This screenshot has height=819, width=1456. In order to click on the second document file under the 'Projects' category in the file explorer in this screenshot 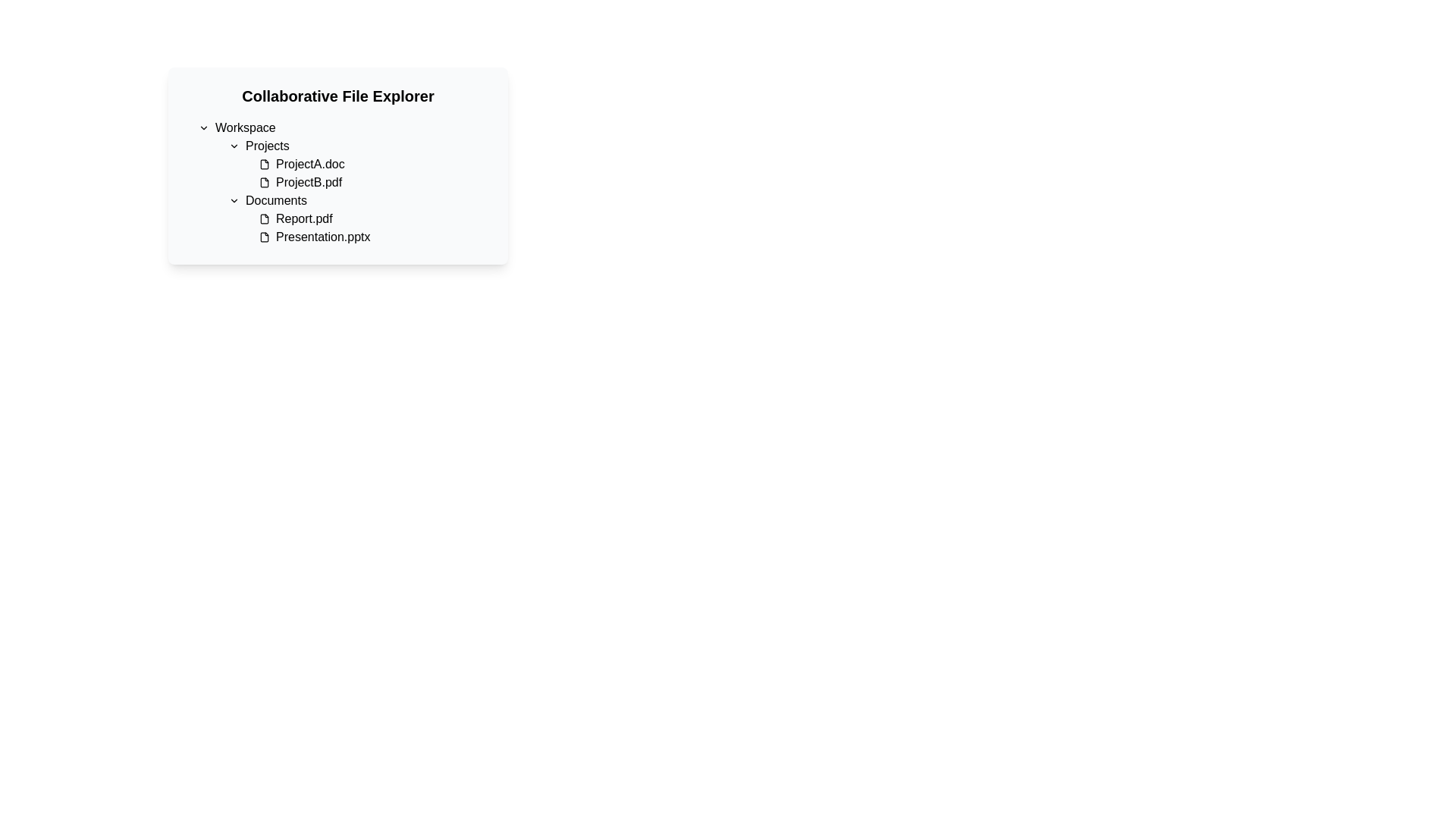, I will do `click(368, 172)`.